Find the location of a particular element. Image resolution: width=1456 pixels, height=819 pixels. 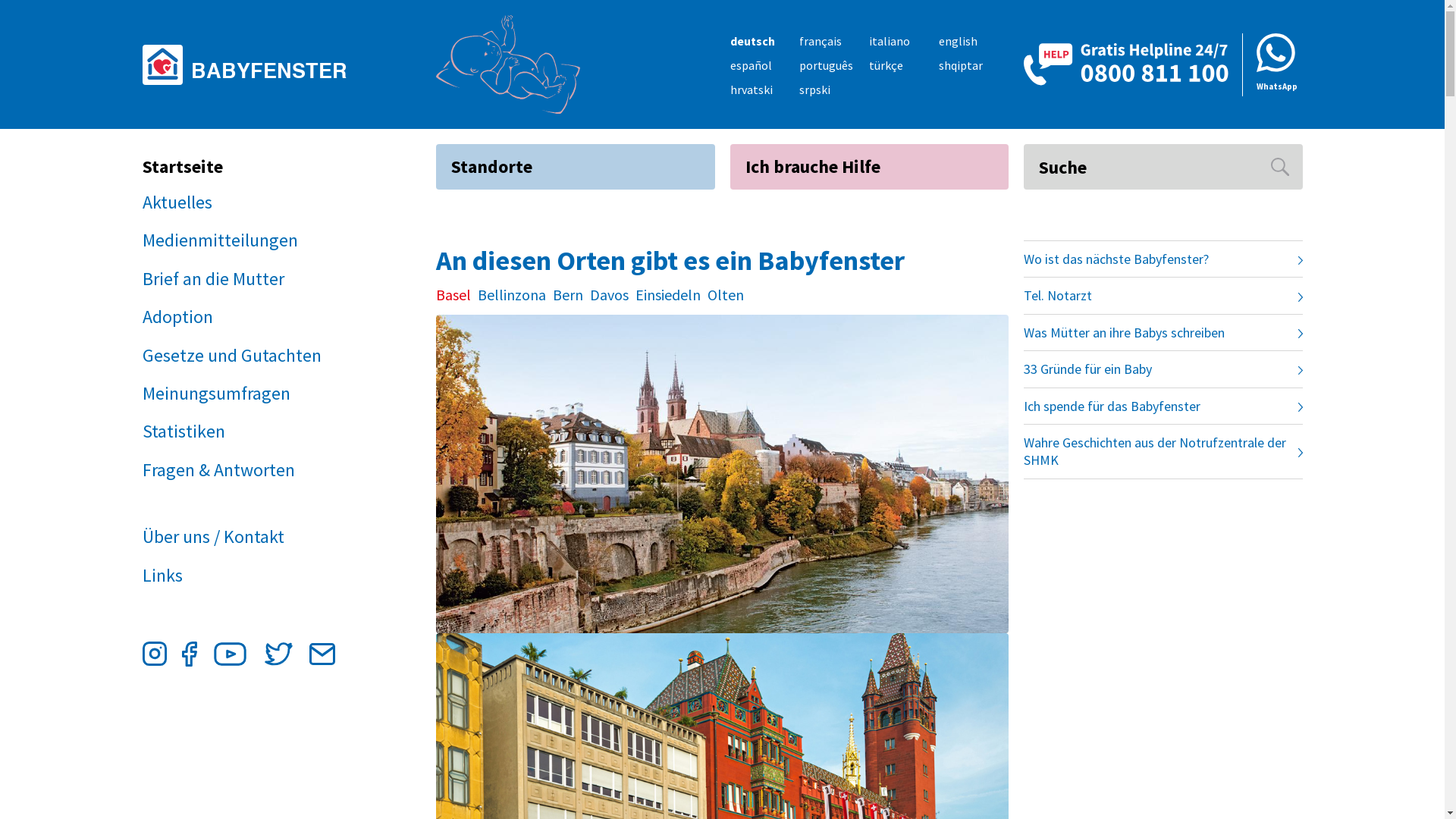

'Wahre Geschichten aus der Notrufzentrale der SHMK' is located at coordinates (1163, 450).